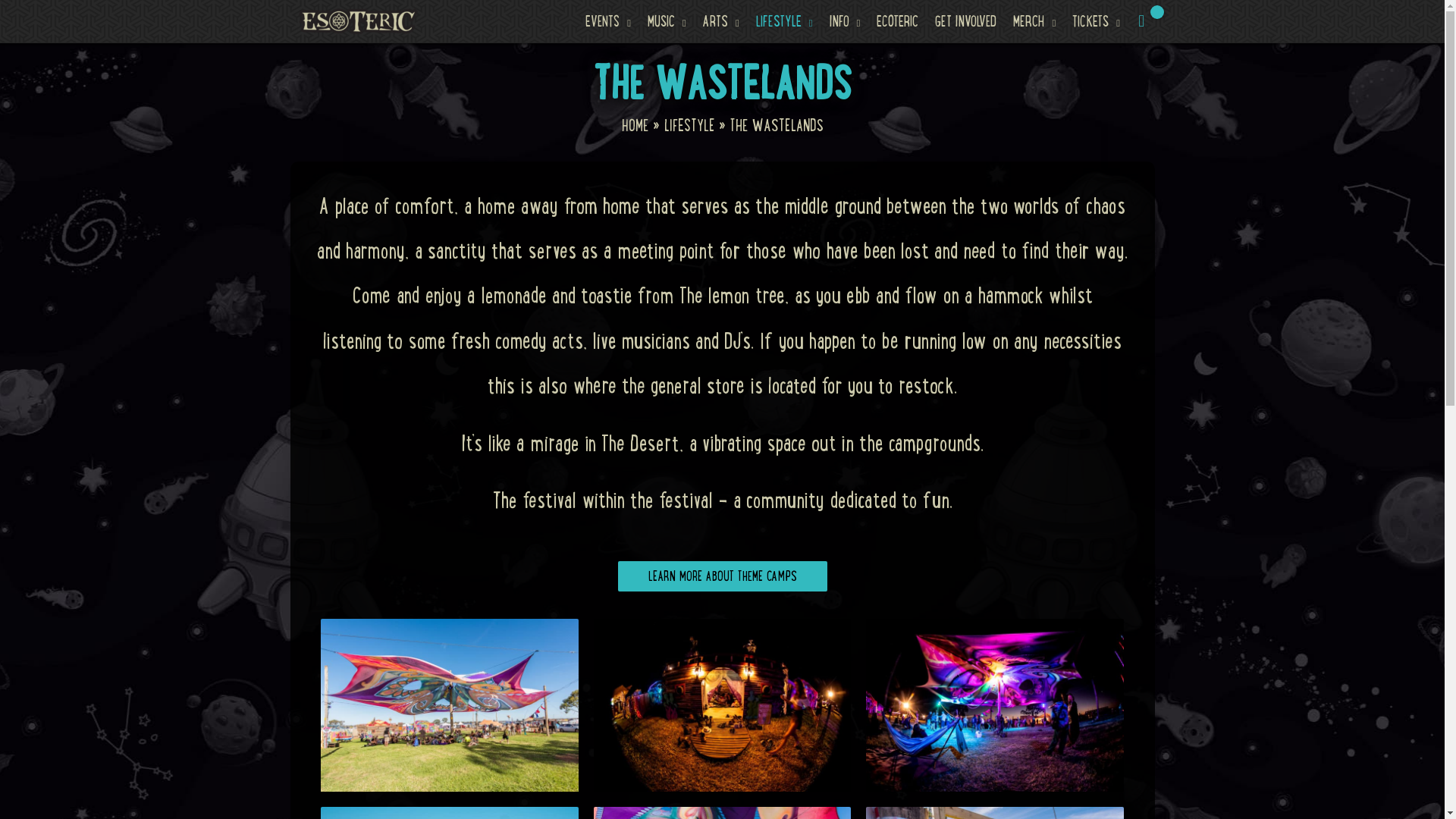 The height and width of the screenshot is (819, 1456). I want to click on 'GET INVOLVED', so click(965, 20).